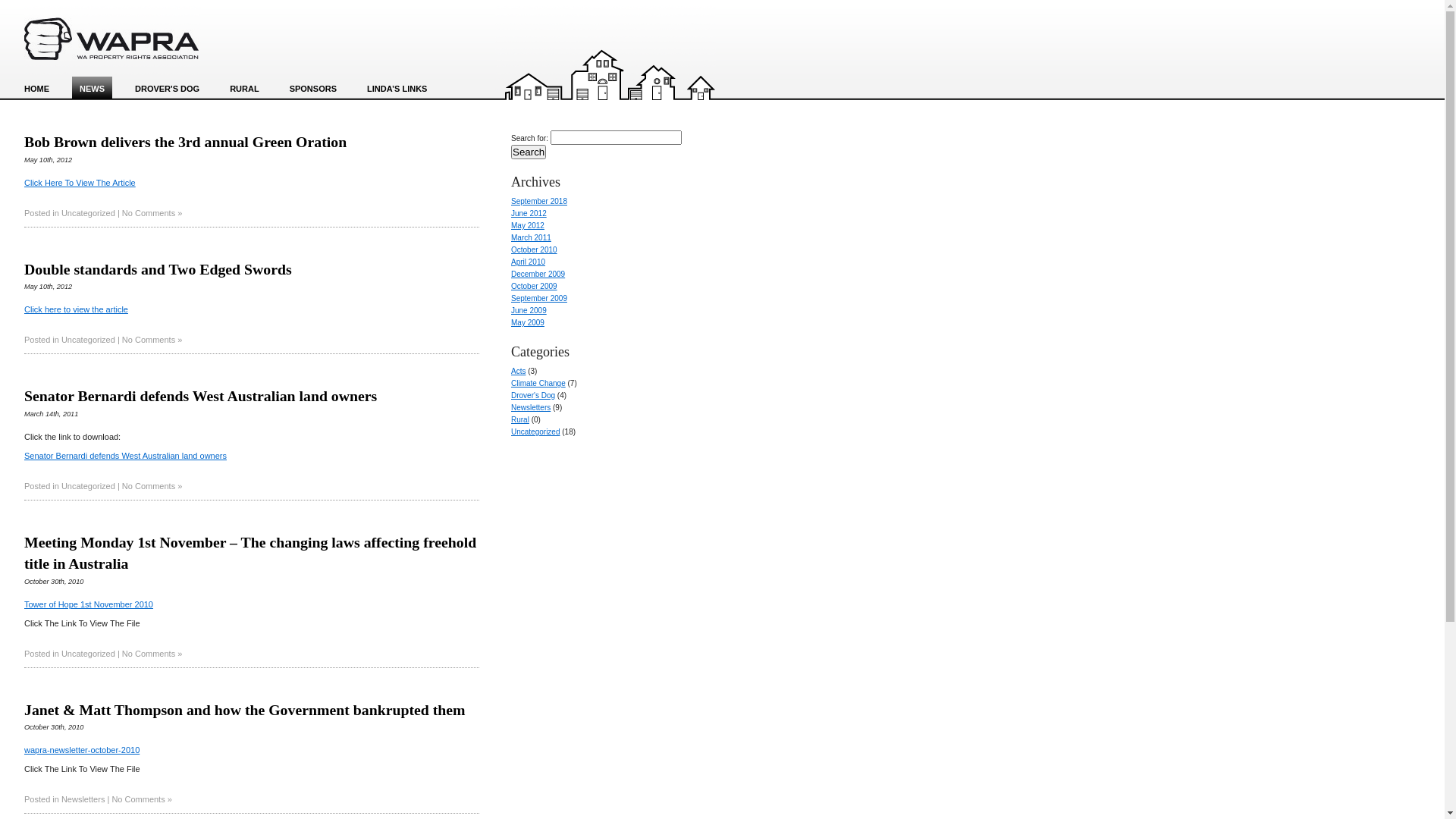 This screenshot has height=819, width=1456. Describe the element at coordinates (531, 237) in the screenshot. I see `'March 2011'` at that location.